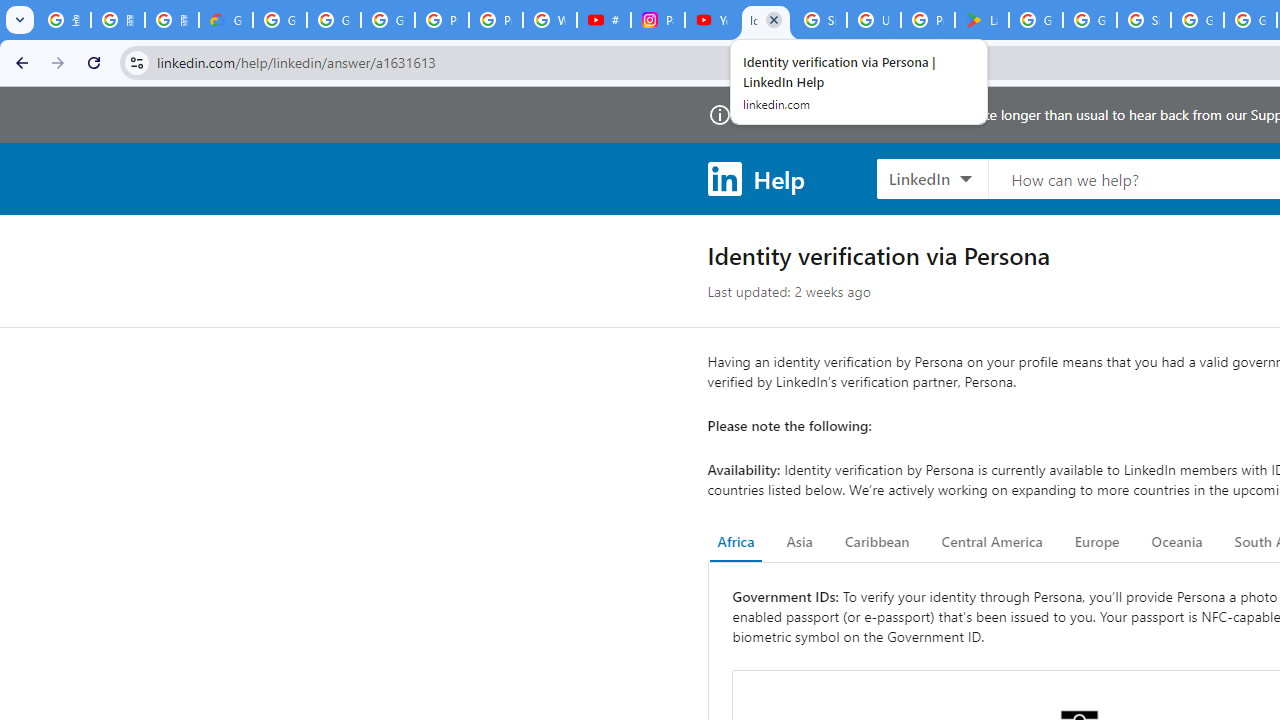  What do you see at coordinates (773, 19) in the screenshot?
I see `'Close'` at bounding box center [773, 19].